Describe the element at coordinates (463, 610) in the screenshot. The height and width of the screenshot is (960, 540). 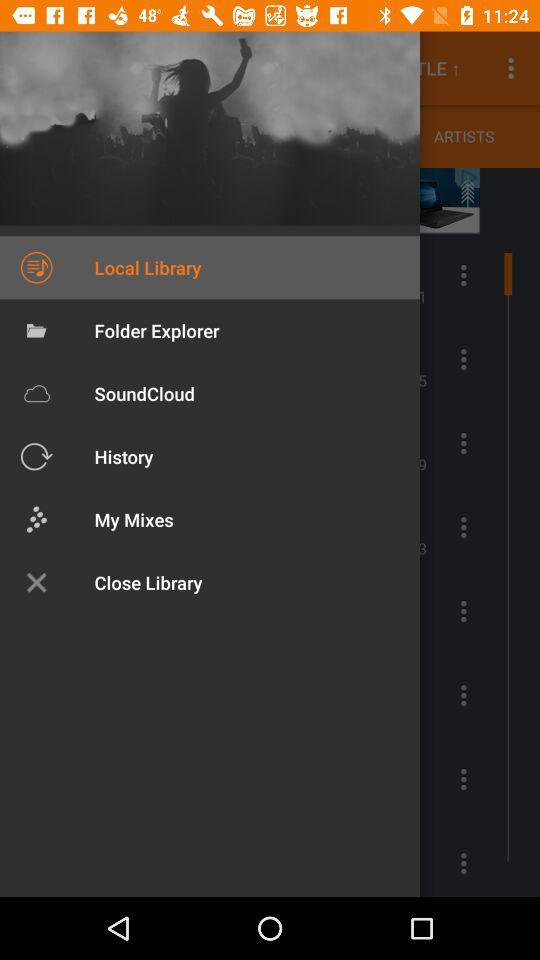
I see `the more icon` at that location.